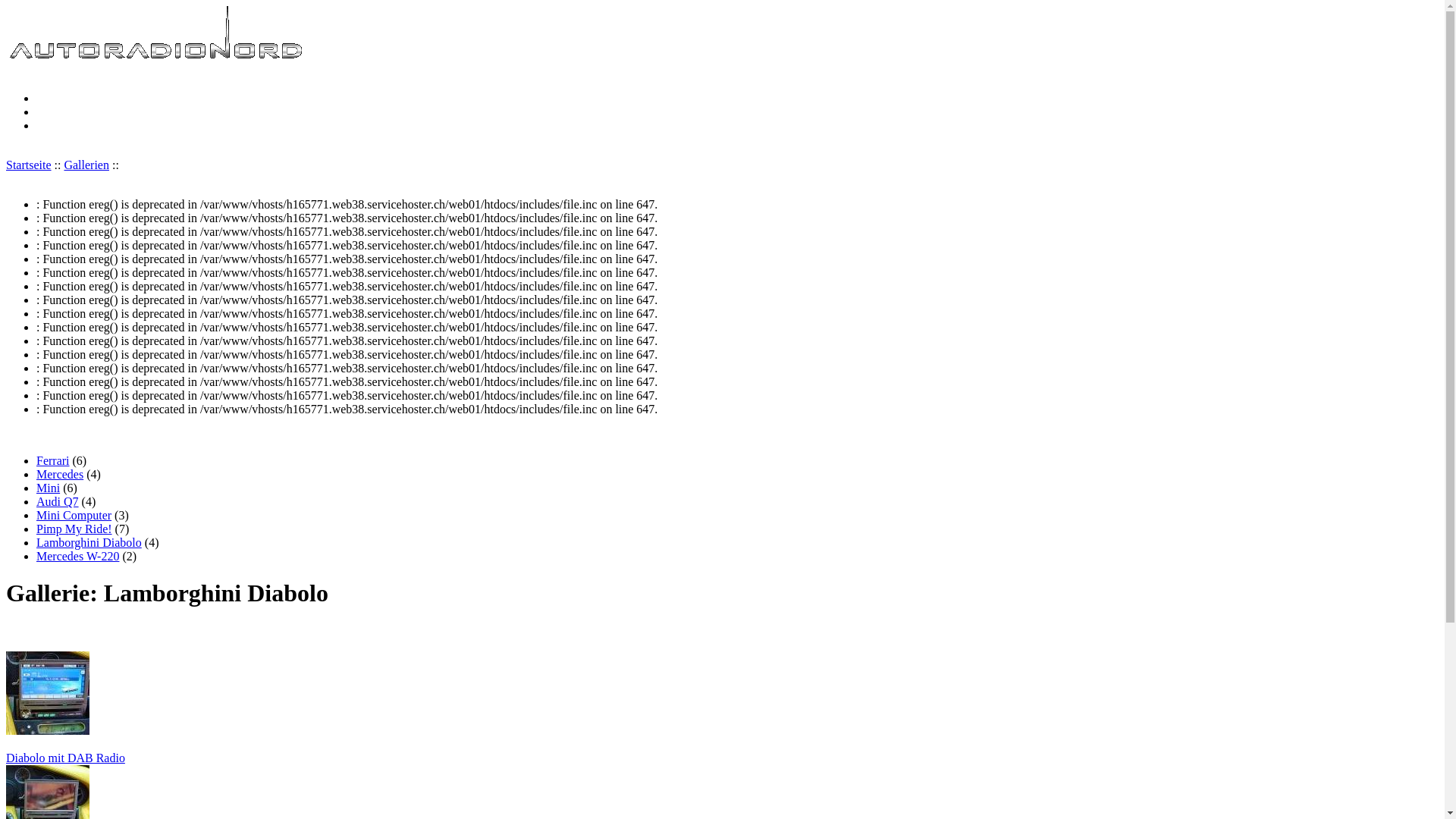  I want to click on 'Mercedes W-220', so click(36, 556).